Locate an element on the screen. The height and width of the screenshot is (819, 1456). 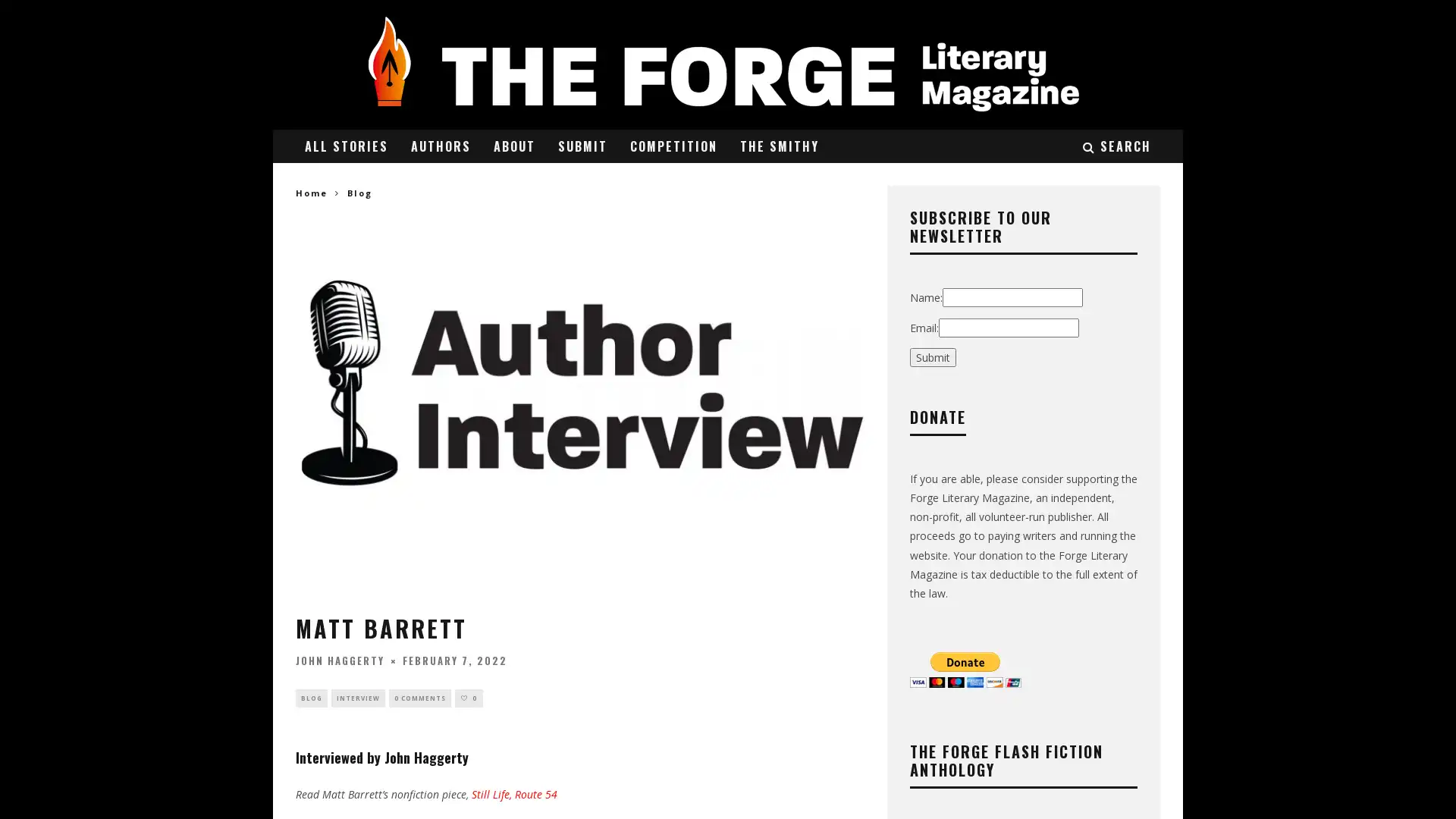
PayPal - The safer, easier way to pay online! is located at coordinates (965, 668).